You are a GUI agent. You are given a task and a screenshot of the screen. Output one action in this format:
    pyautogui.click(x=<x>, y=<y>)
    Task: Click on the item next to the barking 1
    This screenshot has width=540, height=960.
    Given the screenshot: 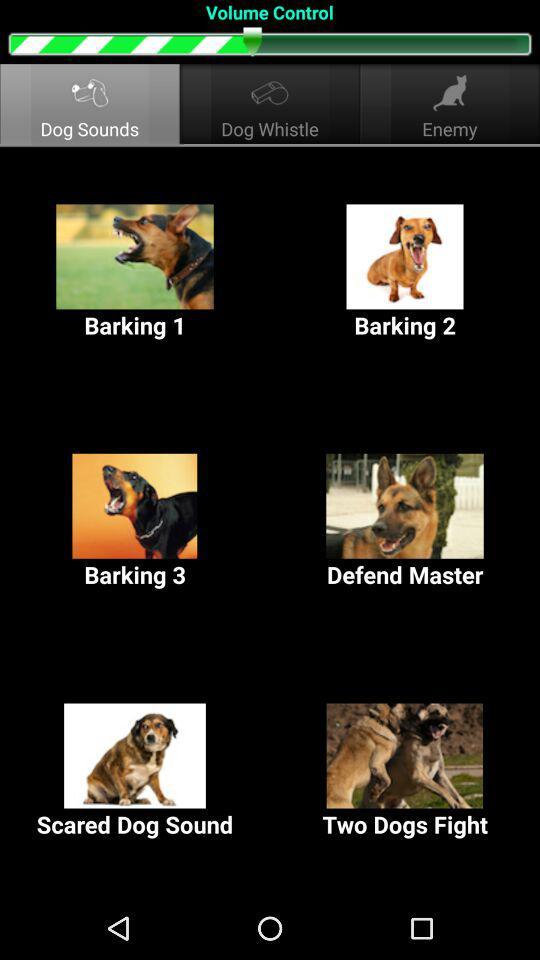 What is the action you would take?
    pyautogui.click(x=405, y=271)
    